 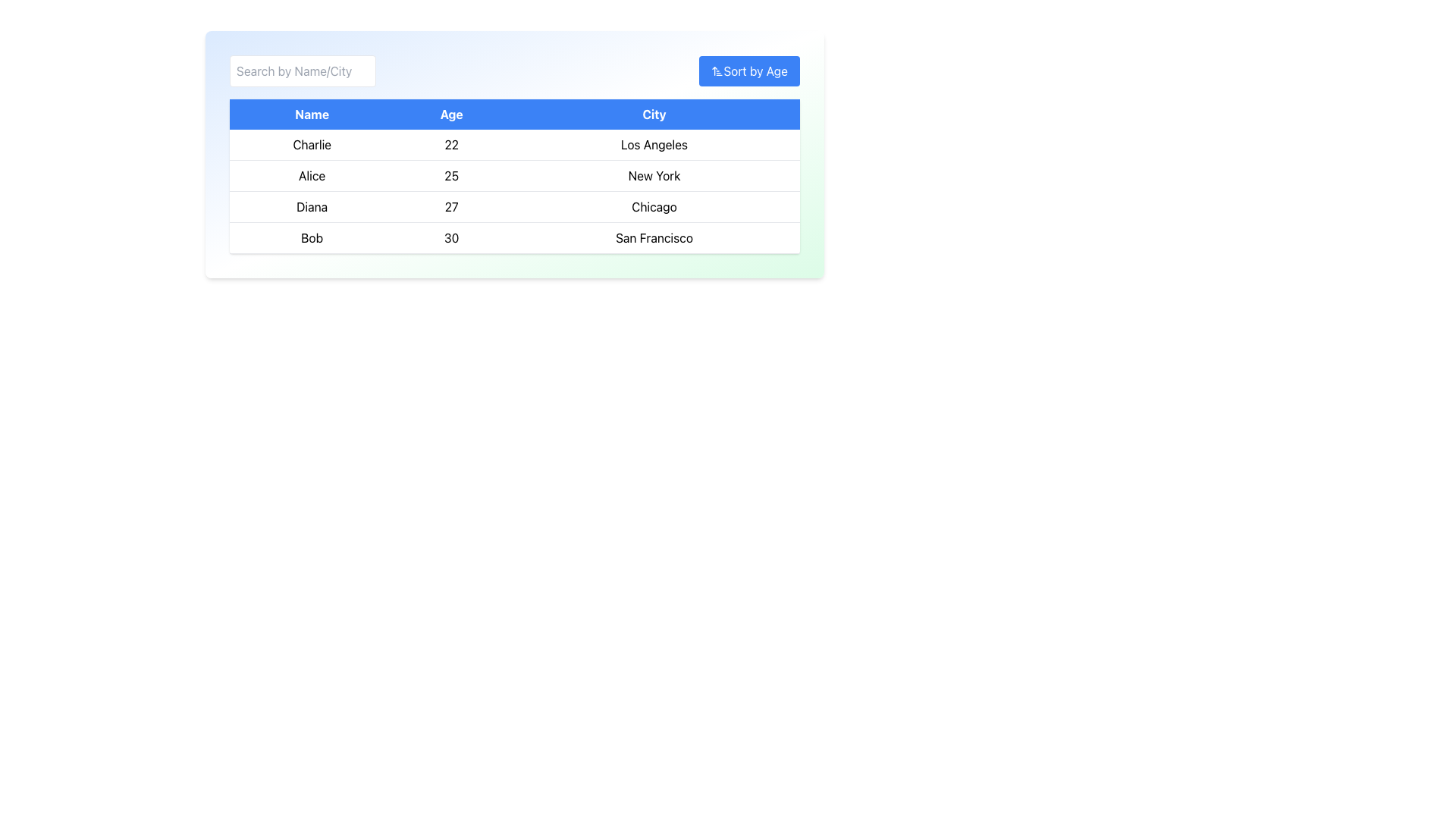 I want to click on the table row displaying information about Diana, who is 27 years old and lives in Chicago, which is positioned as the third row in the table, so click(x=514, y=207).